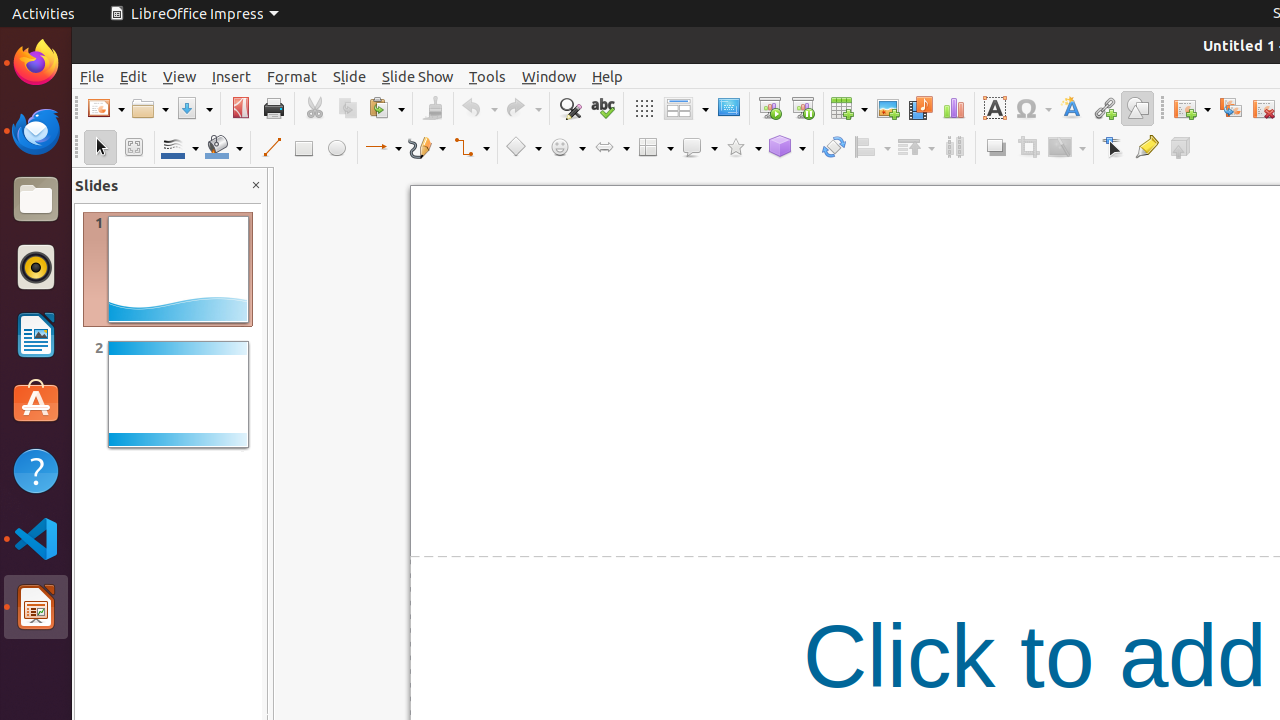  Describe the element at coordinates (994, 108) in the screenshot. I see `'Text Box'` at that location.